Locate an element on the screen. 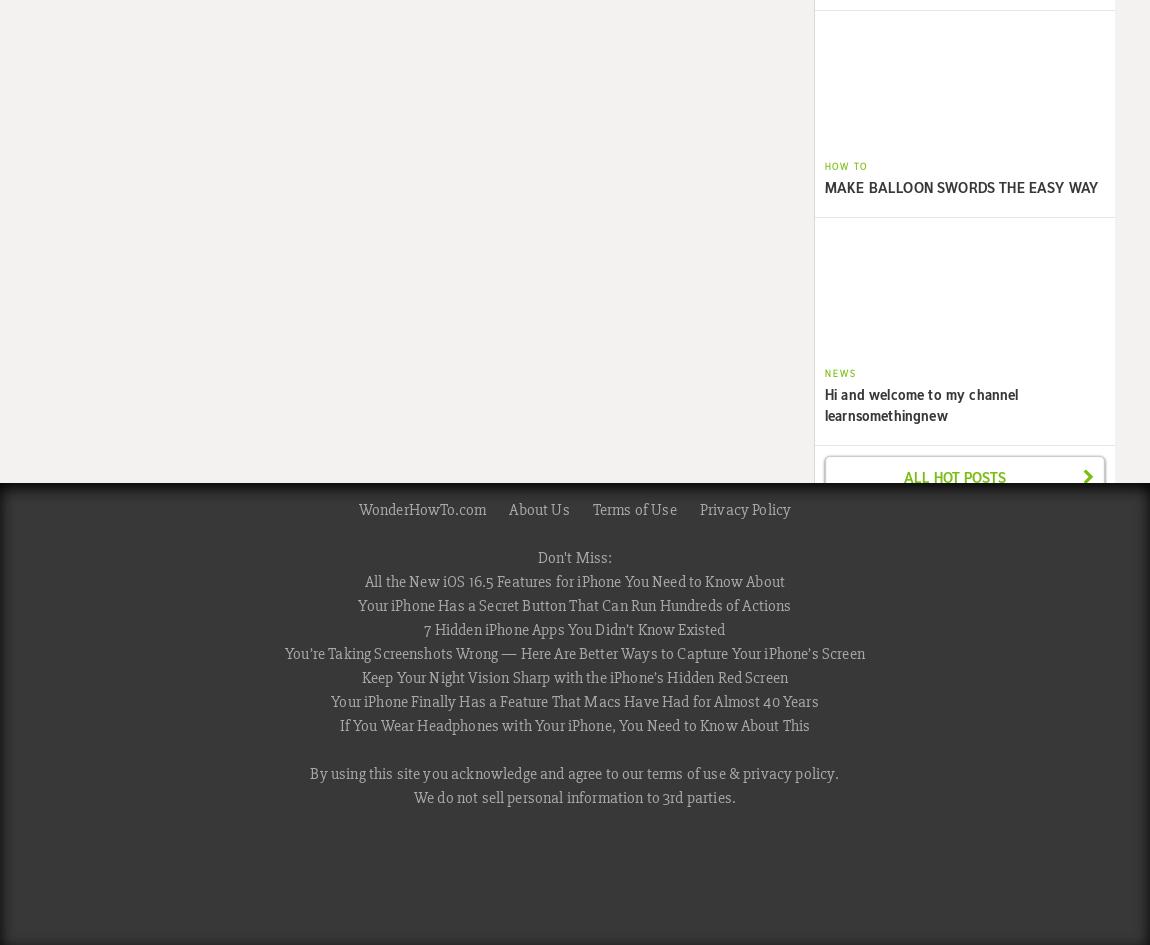  'Keep Your Night Vision Sharp with the iPhone’s Hidden Red Screen' is located at coordinates (574, 676).